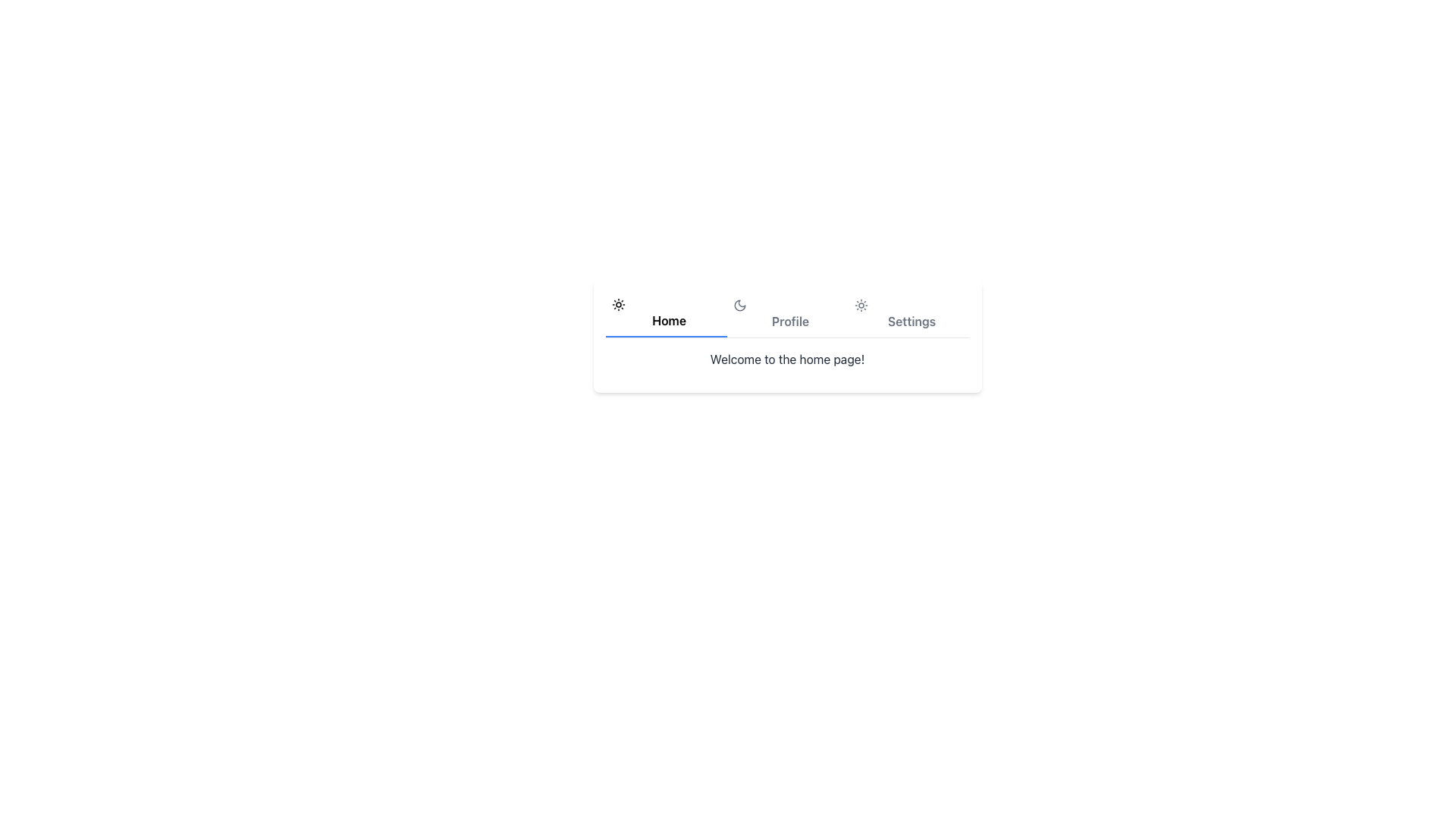 The height and width of the screenshot is (819, 1456). Describe the element at coordinates (789, 321) in the screenshot. I see `the 'Profile' text label in the navigation menu, which is centrally positioned between 'Home' and 'Settings', and appears to the right of a moon icon` at that location.